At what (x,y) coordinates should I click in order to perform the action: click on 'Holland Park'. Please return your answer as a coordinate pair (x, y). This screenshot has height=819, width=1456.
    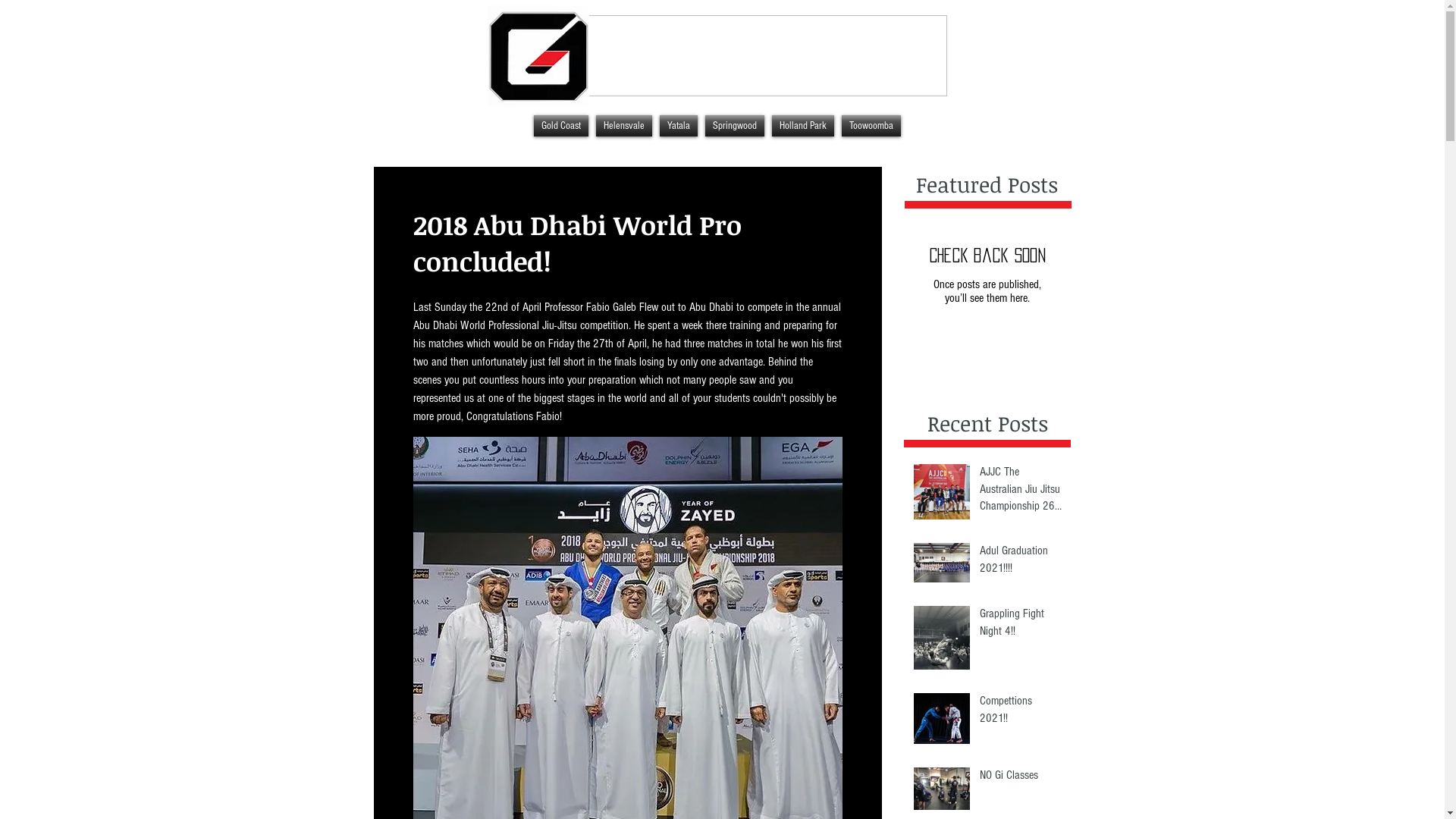
    Looking at the image, I should click on (801, 124).